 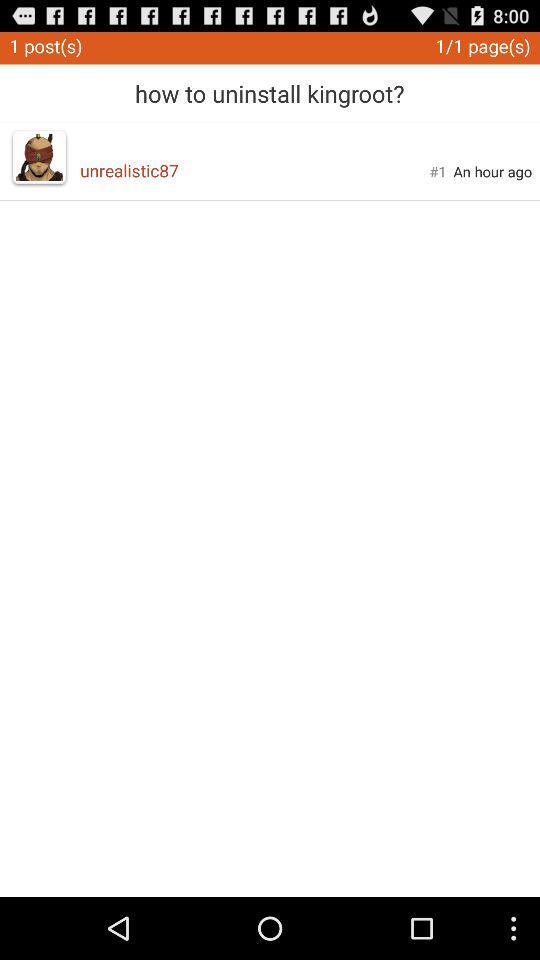 What do you see at coordinates (491, 170) in the screenshot?
I see `an hour ago item` at bounding box center [491, 170].